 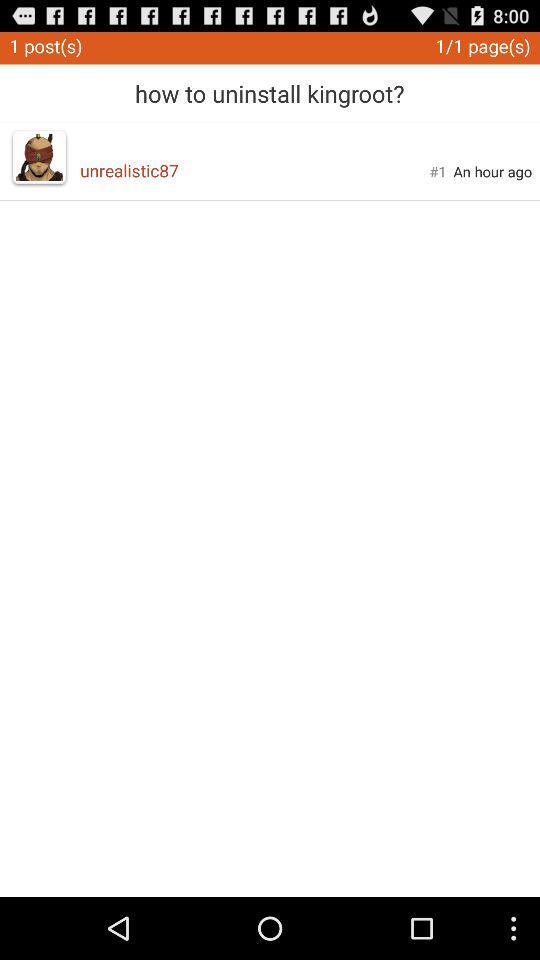 What do you see at coordinates (491, 170) in the screenshot?
I see `an hour ago item` at bounding box center [491, 170].